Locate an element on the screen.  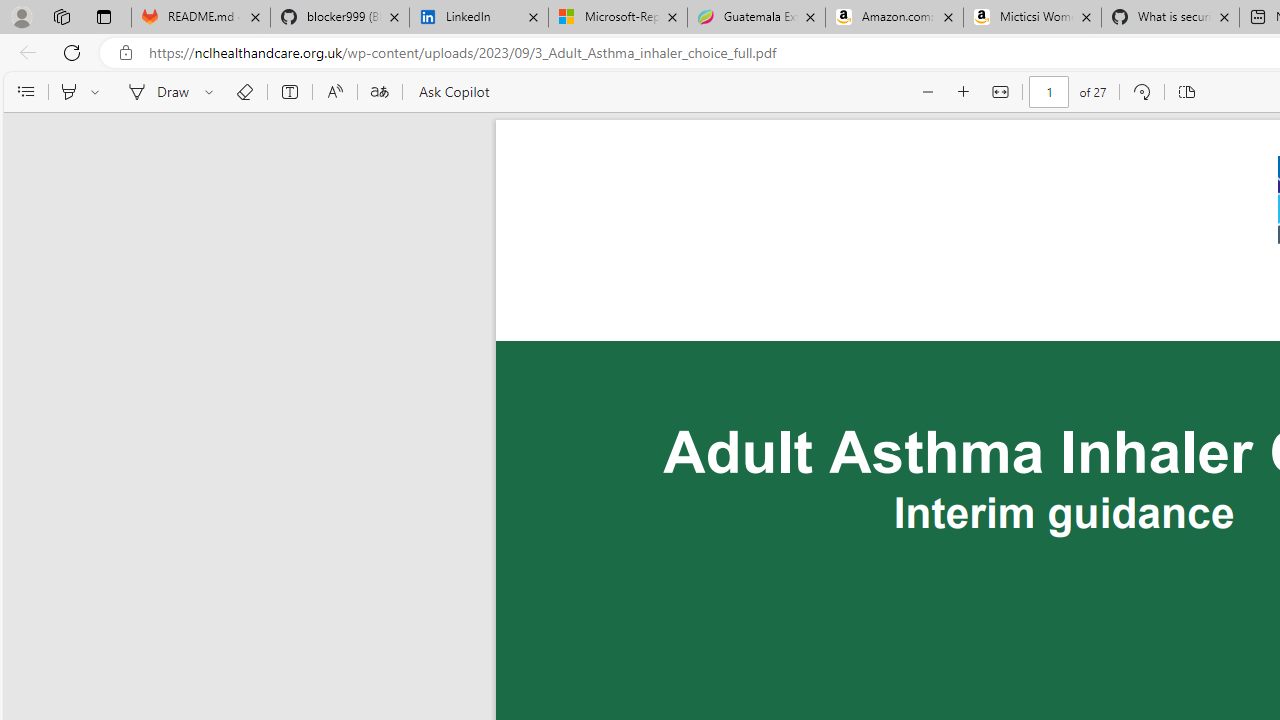
'Rotate (Ctrl+])' is located at coordinates (1141, 92).